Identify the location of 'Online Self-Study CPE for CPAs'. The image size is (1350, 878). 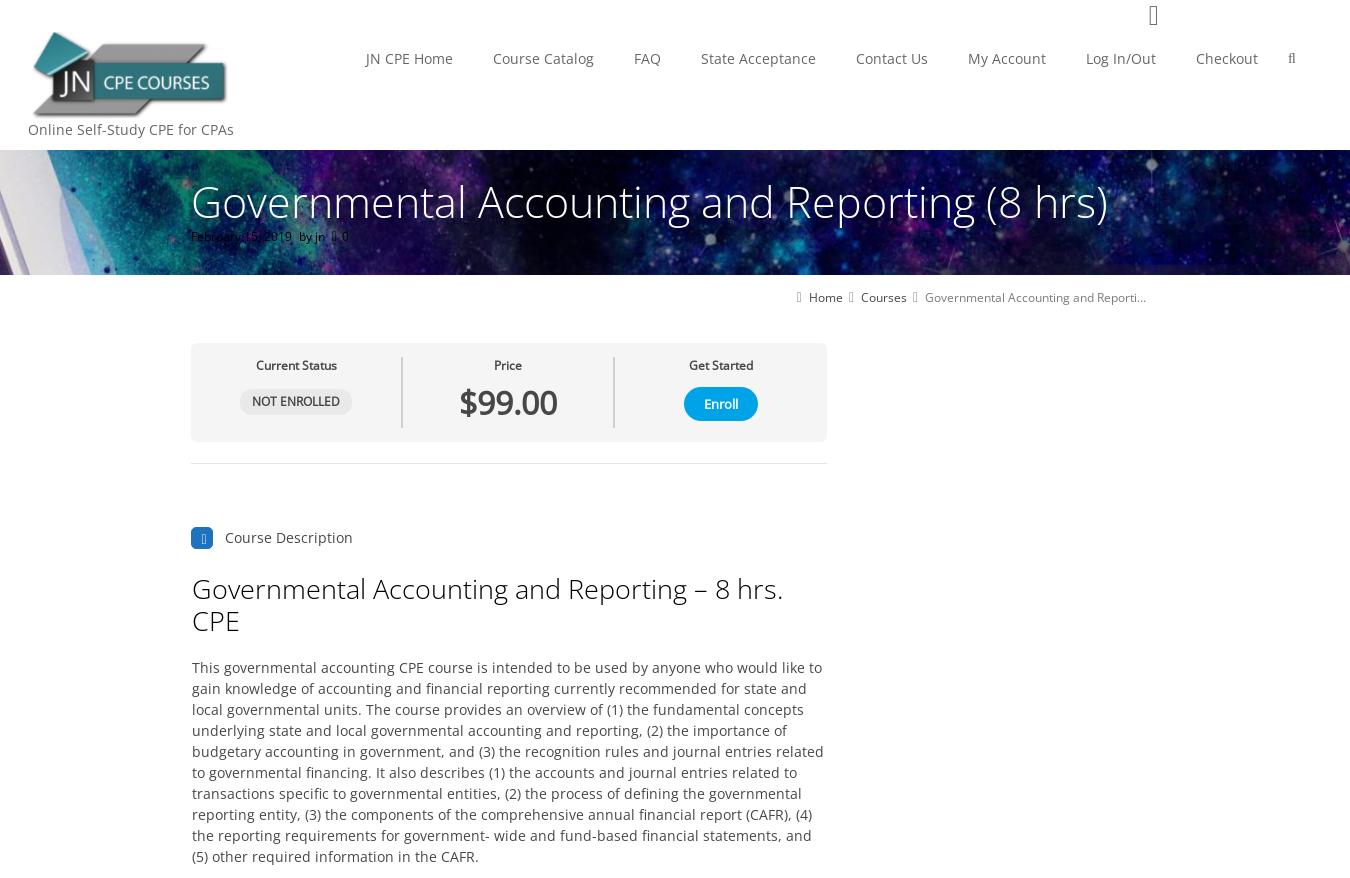
(130, 128).